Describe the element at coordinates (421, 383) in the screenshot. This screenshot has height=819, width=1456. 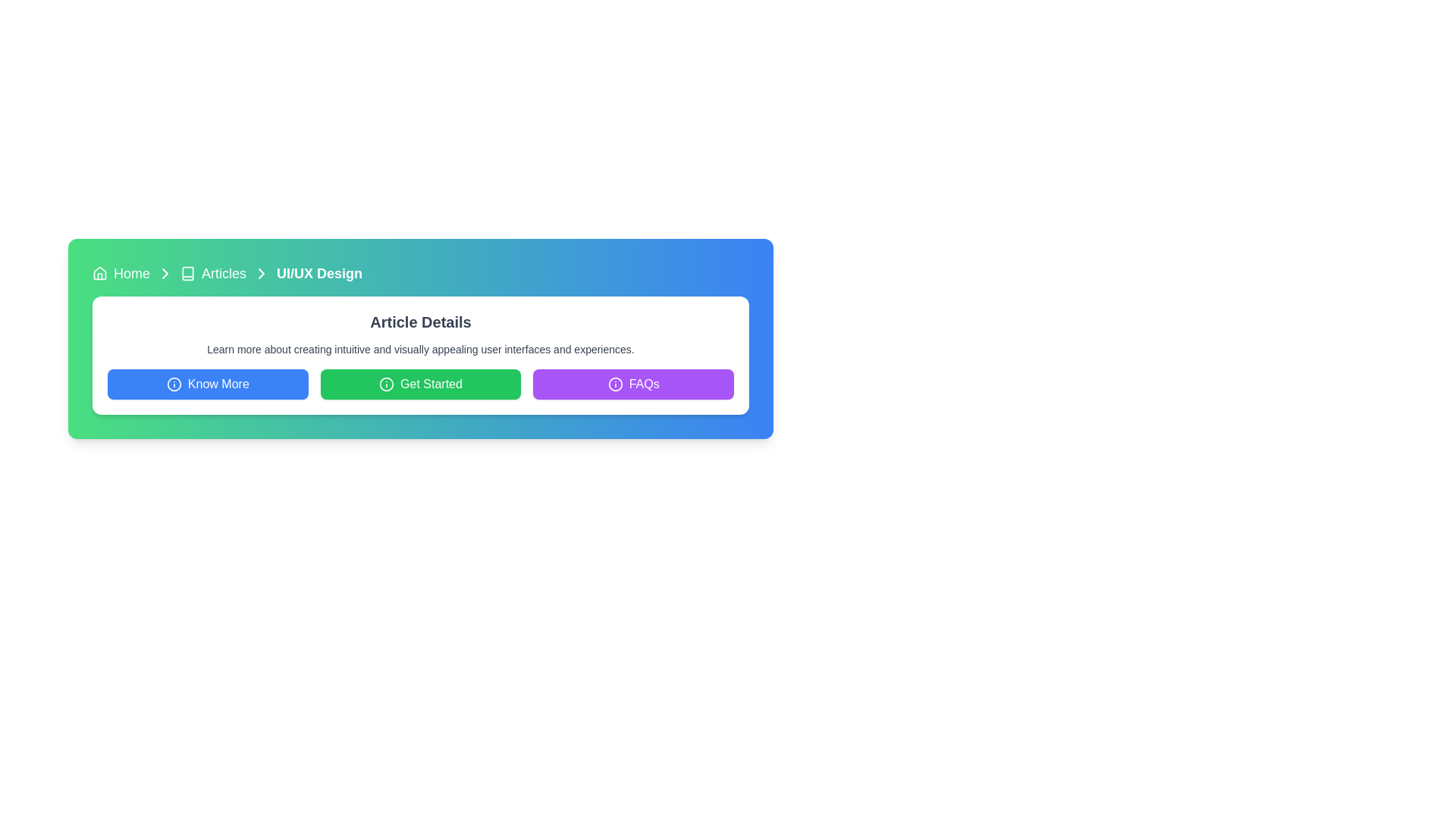
I see `the green rectangular button labeled 'Get Started'` at that location.